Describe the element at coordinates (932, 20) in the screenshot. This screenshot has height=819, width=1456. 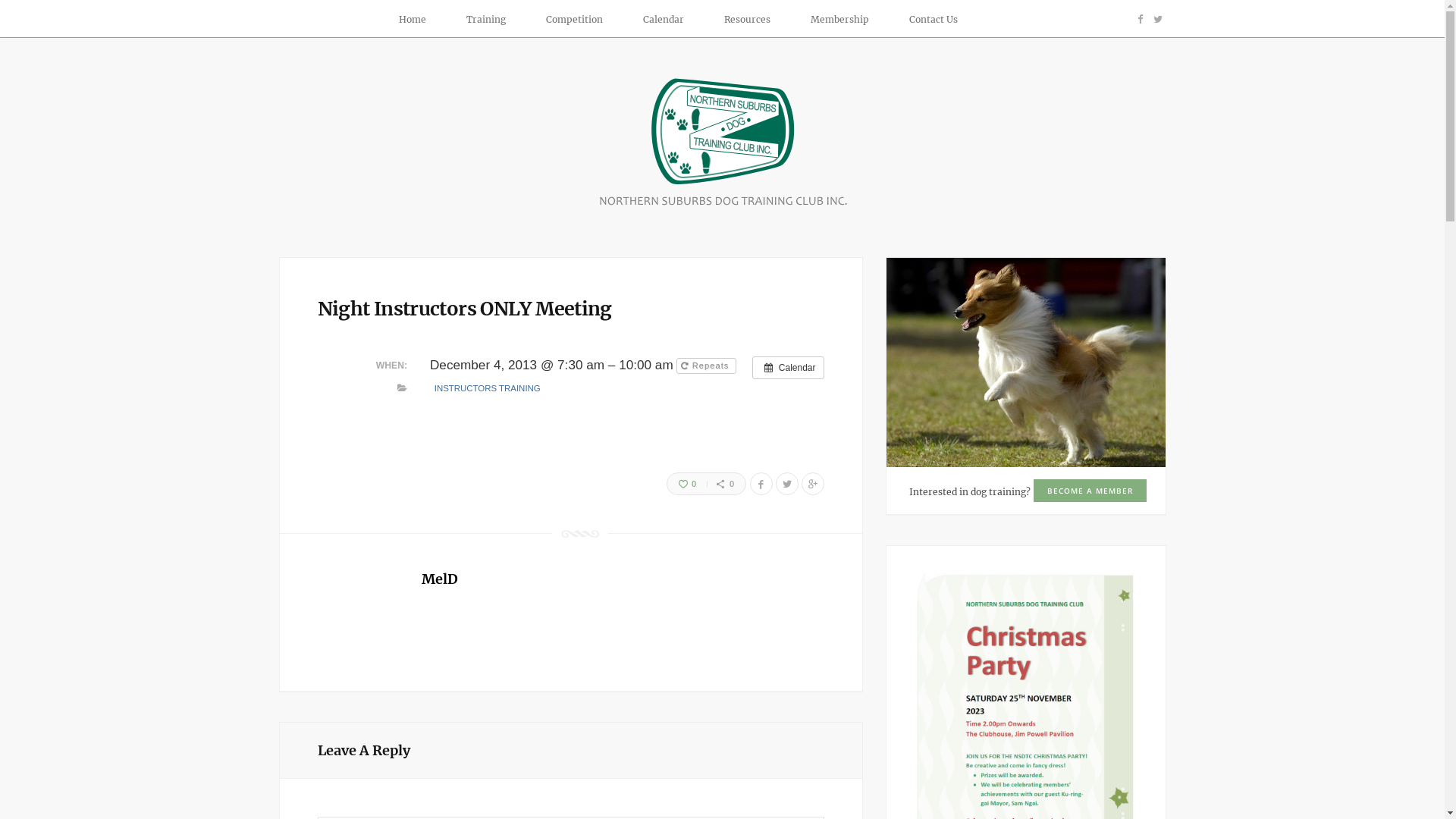
I see `'Contact Us'` at that location.